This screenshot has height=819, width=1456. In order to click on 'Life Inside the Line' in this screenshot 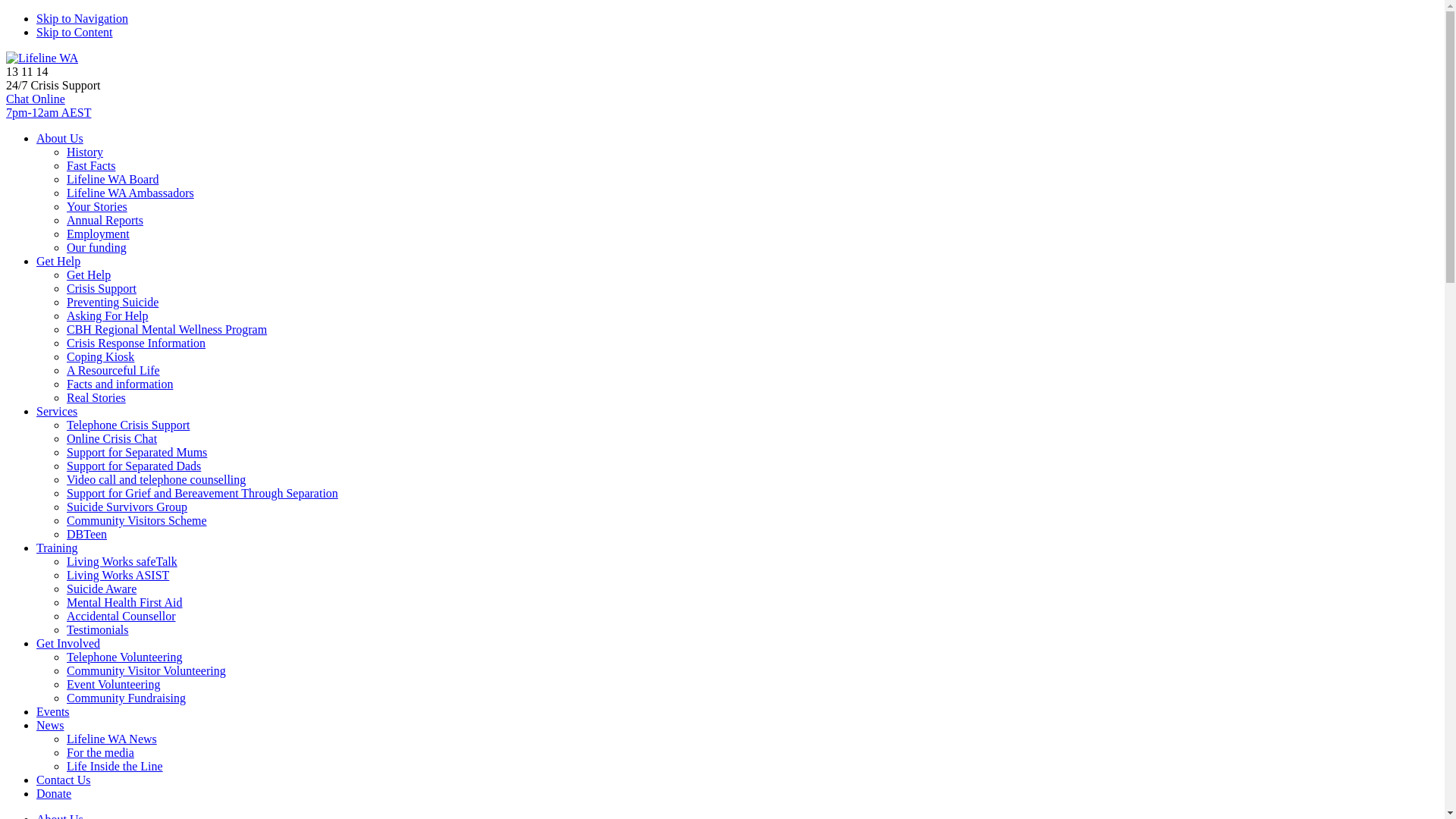, I will do `click(114, 766)`.